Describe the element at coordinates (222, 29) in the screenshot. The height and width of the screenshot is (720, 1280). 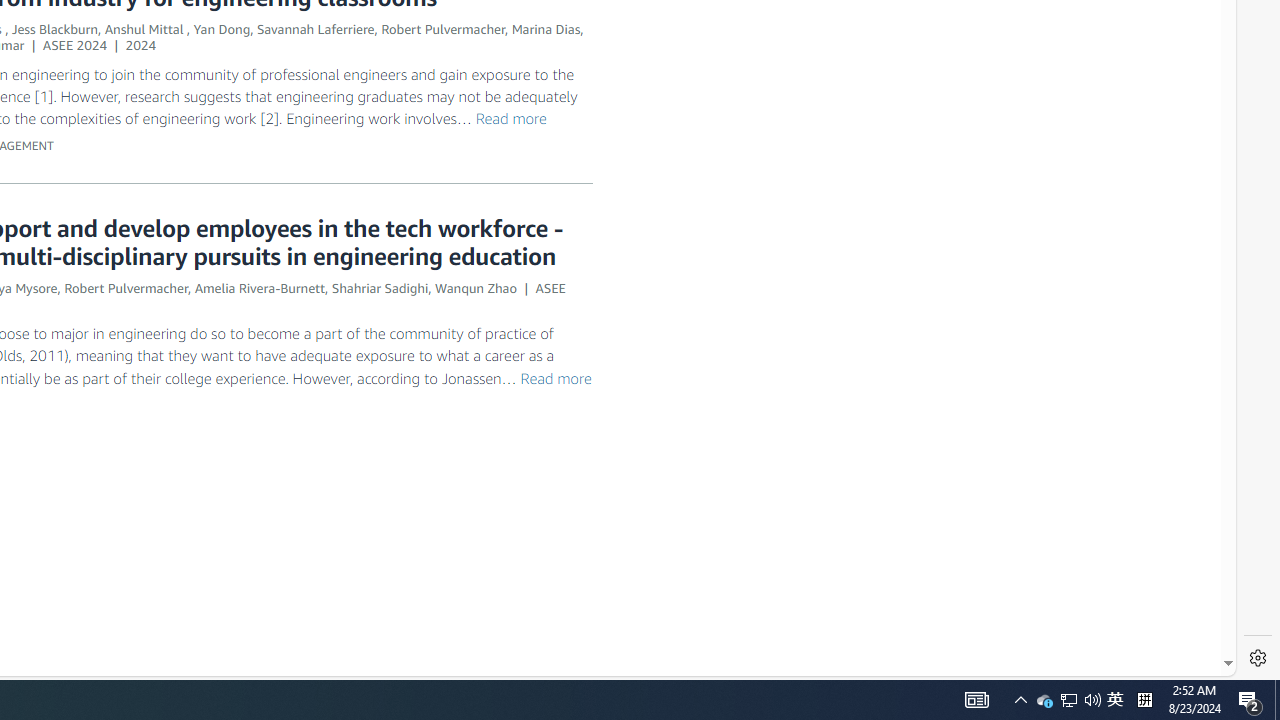
I see `'Yan Dong'` at that location.